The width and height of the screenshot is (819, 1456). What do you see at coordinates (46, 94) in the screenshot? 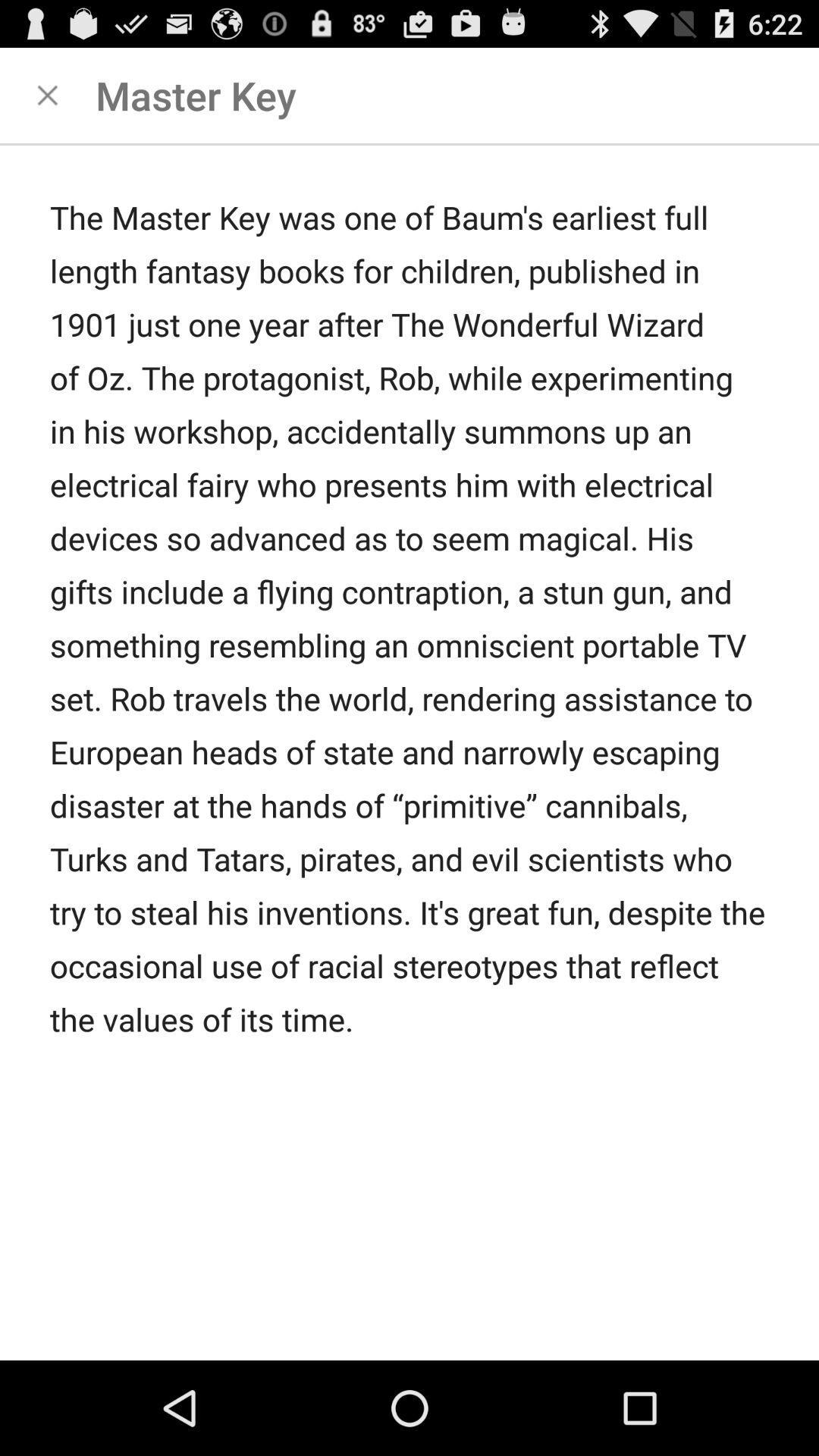
I see `the item next to the master key icon` at bounding box center [46, 94].